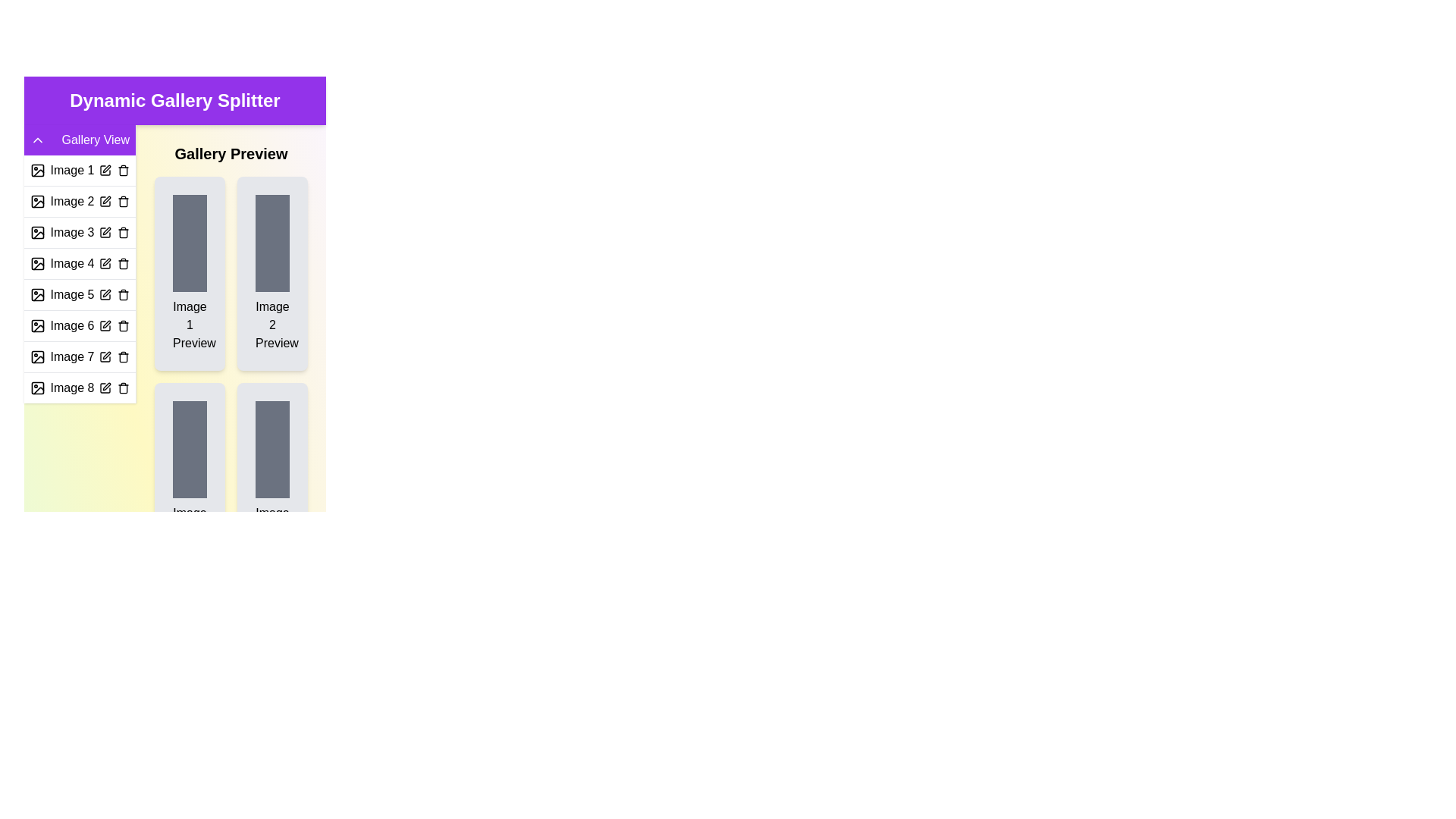  What do you see at coordinates (37, 170) in the screenshot?
I see `the icon representing 'Image 1' in the 'Gallery View' section` at bounding box center [37, 170].